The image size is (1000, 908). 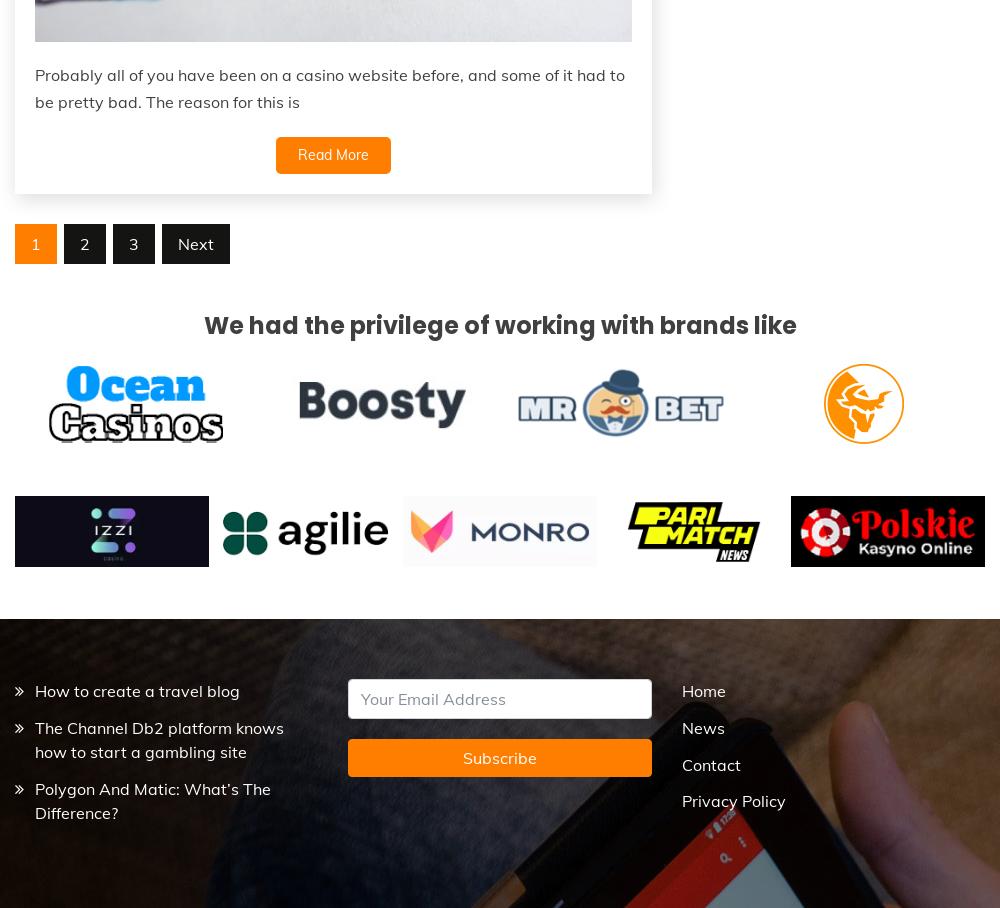 I want to click on 'Read More', so click(x=331, y=152).